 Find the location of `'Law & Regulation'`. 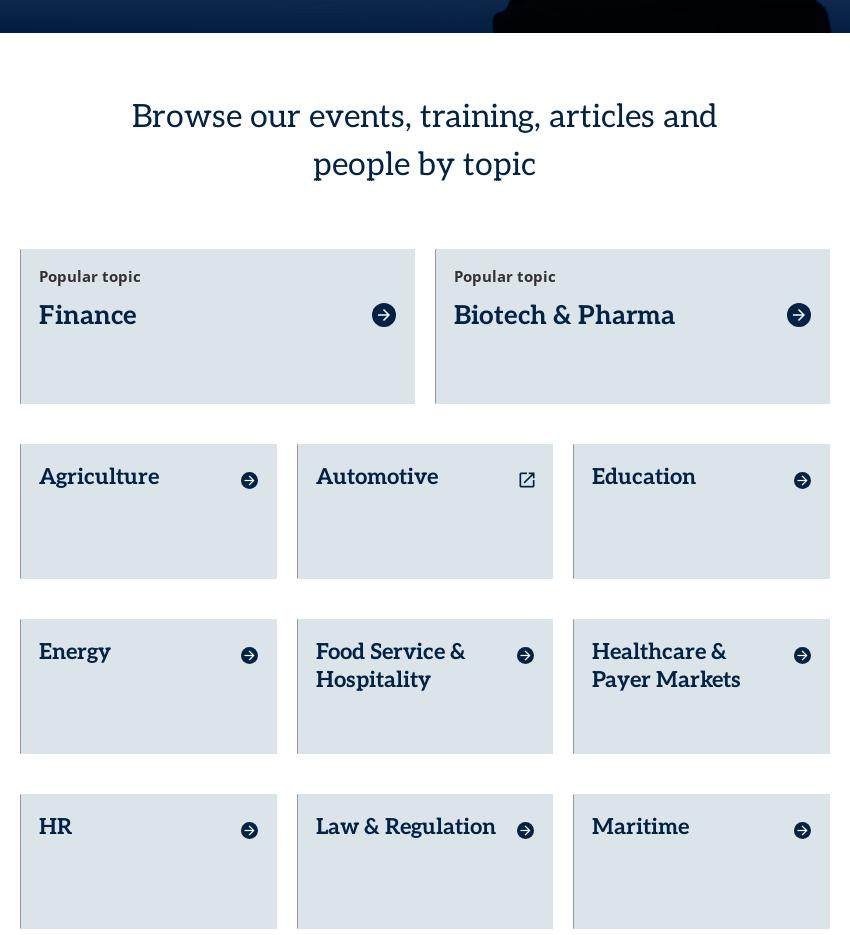

'Law & Regulation' is located at coordinates (405, 791).